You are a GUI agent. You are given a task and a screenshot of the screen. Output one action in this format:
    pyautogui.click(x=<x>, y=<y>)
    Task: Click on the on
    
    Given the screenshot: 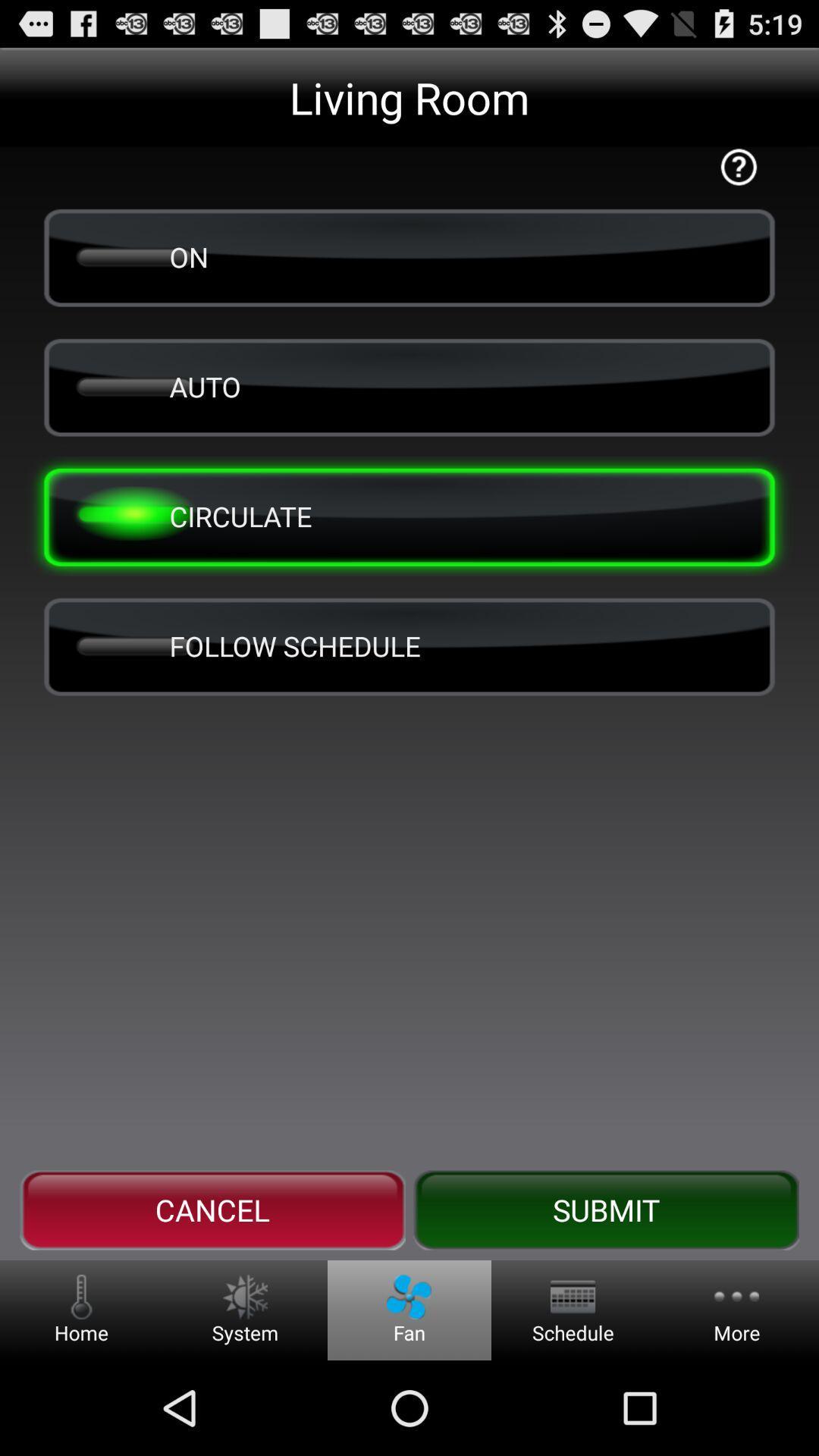 What is the action you would take?
    pyautogui.click(x=409, y=257)
    